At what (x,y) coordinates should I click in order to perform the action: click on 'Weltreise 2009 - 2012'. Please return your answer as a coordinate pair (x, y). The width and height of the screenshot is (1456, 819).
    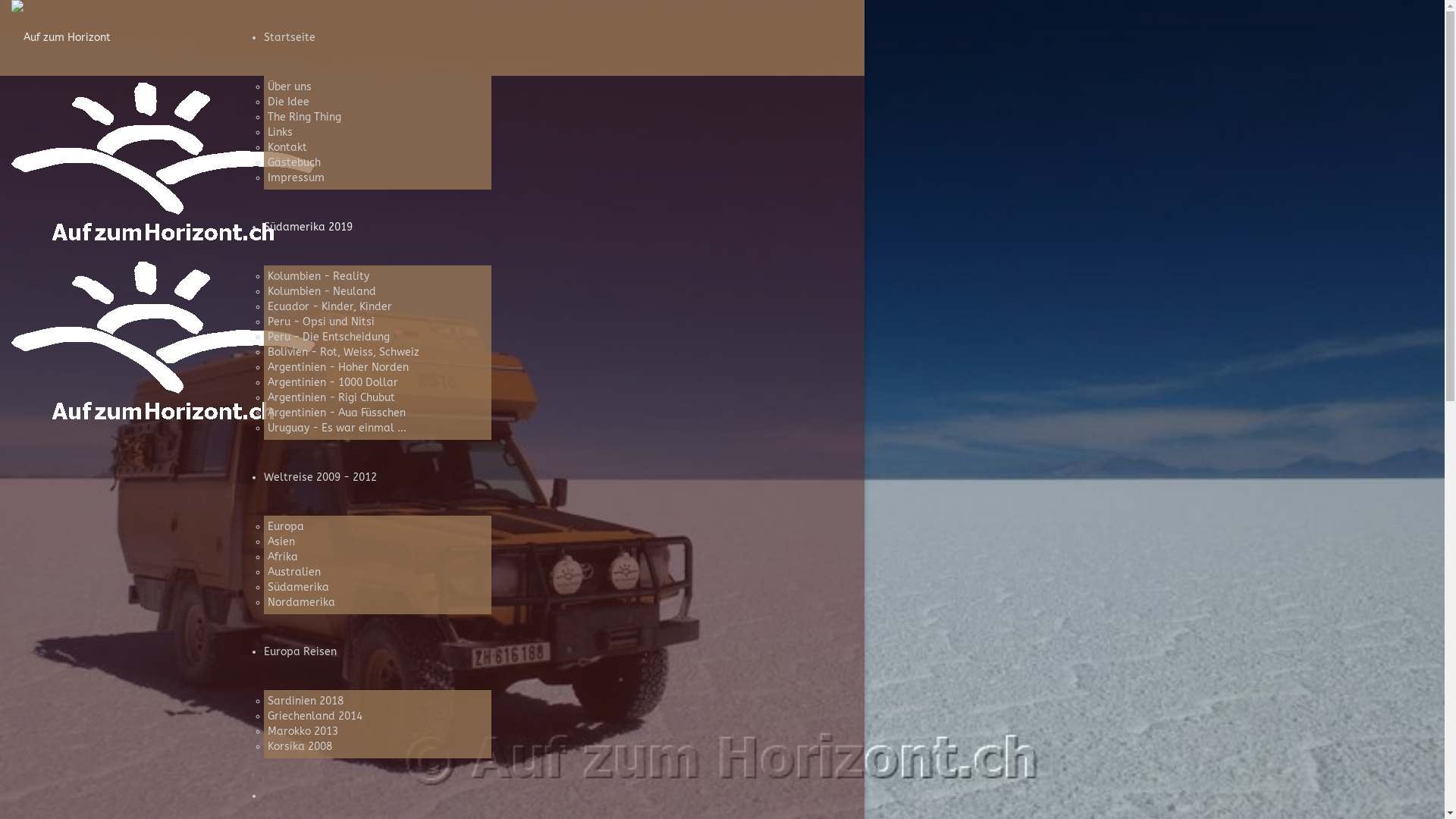
    Looking at the image, I should click on (319, 476).